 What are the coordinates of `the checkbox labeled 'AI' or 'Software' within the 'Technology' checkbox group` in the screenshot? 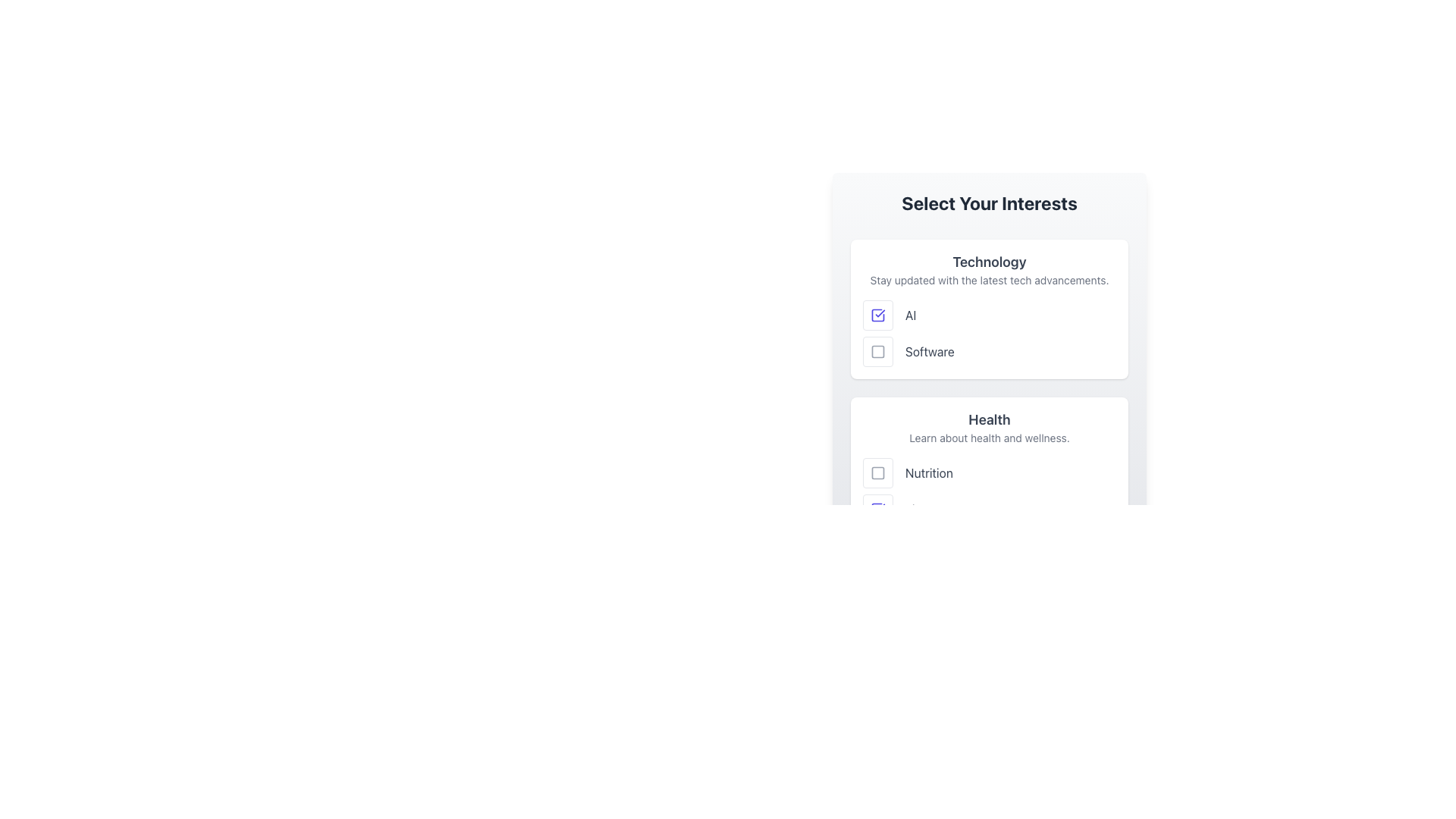 It's located at (990, 332).